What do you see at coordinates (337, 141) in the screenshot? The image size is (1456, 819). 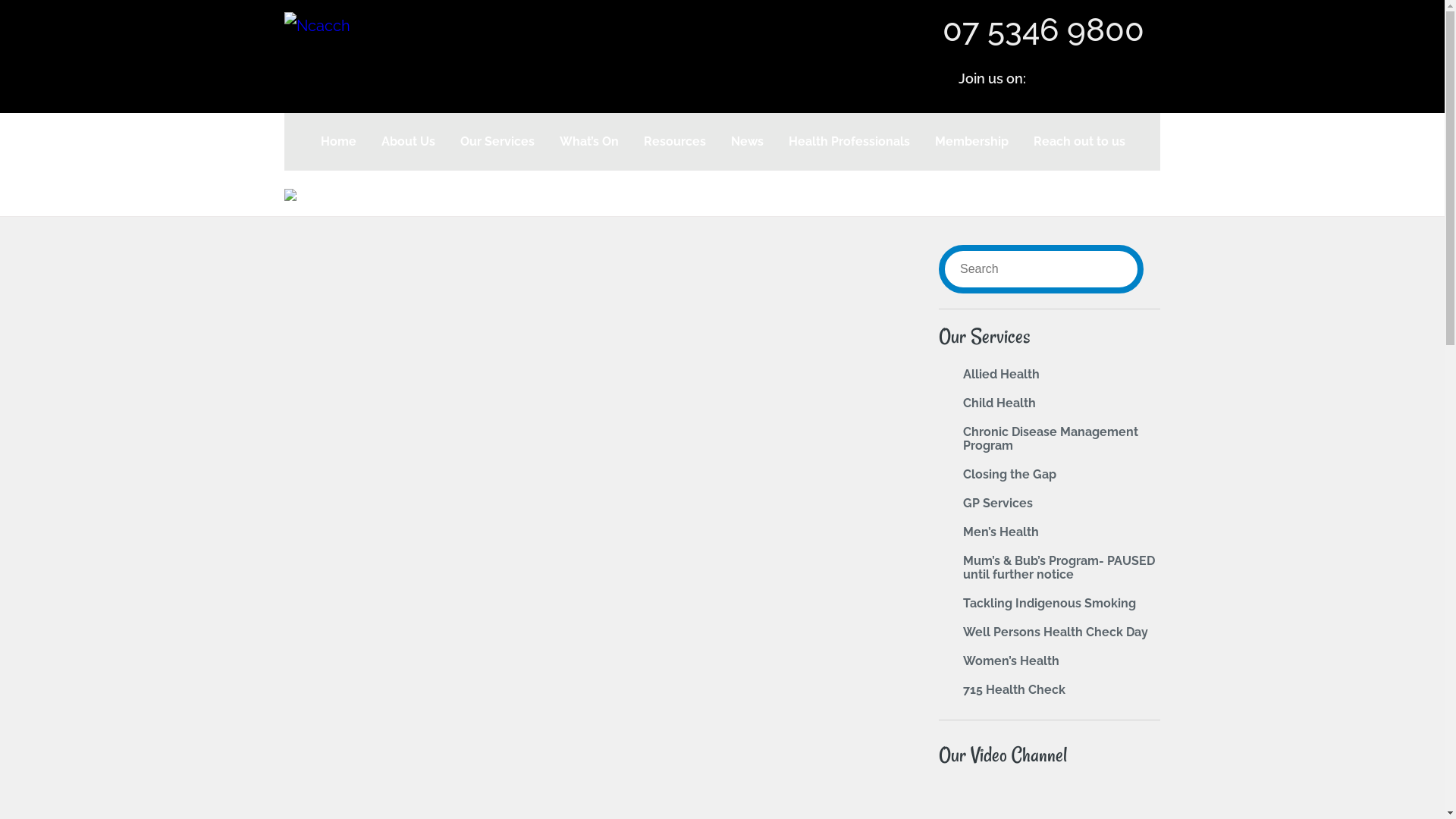 I see `'Home'` at bounding box center [337, 141].